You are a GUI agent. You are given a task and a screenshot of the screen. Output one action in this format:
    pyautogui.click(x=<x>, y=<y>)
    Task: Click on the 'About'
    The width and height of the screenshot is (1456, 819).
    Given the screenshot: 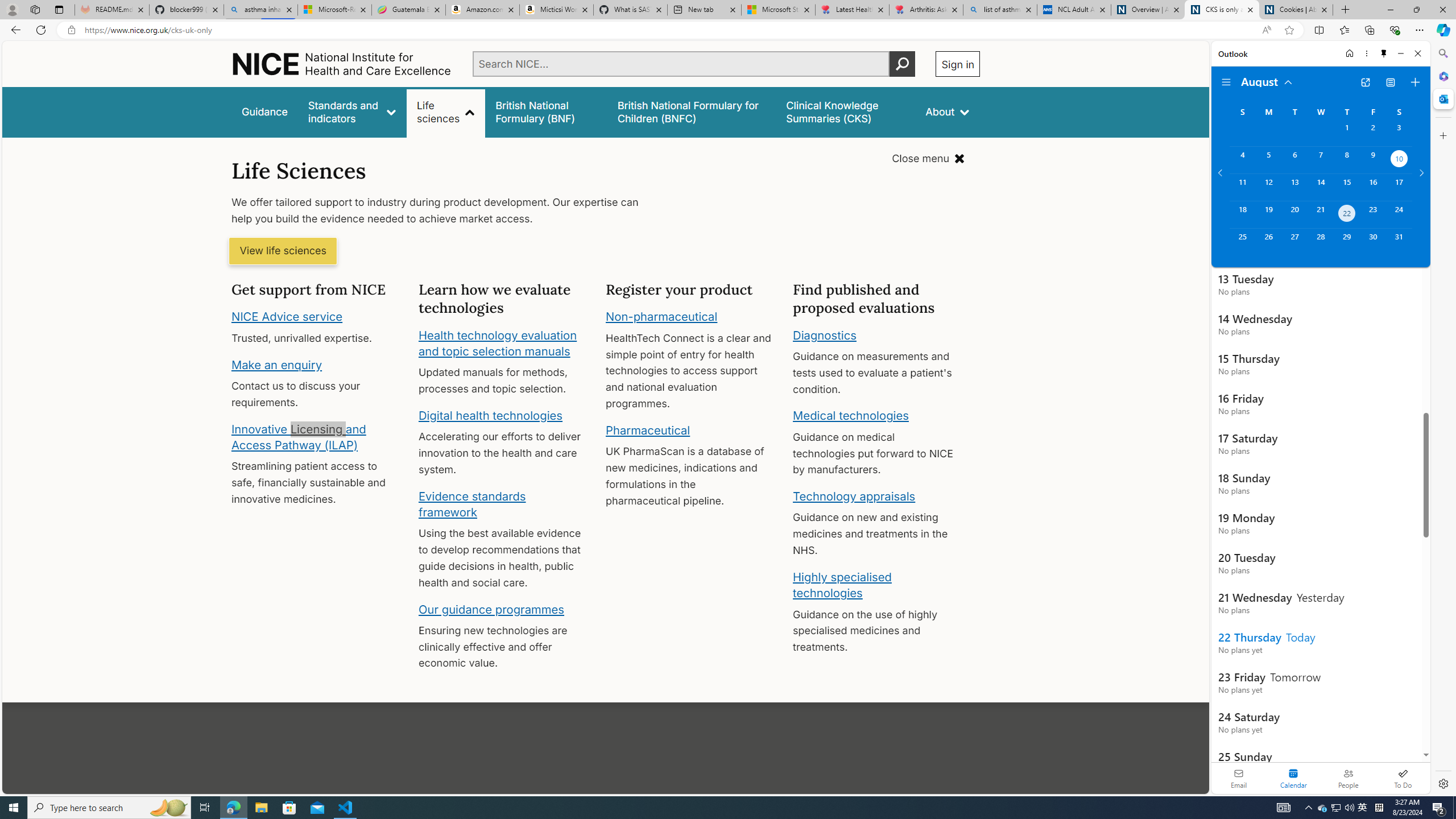 What is the action you would take?
    pyautogui.click(x=948, y=111)
    